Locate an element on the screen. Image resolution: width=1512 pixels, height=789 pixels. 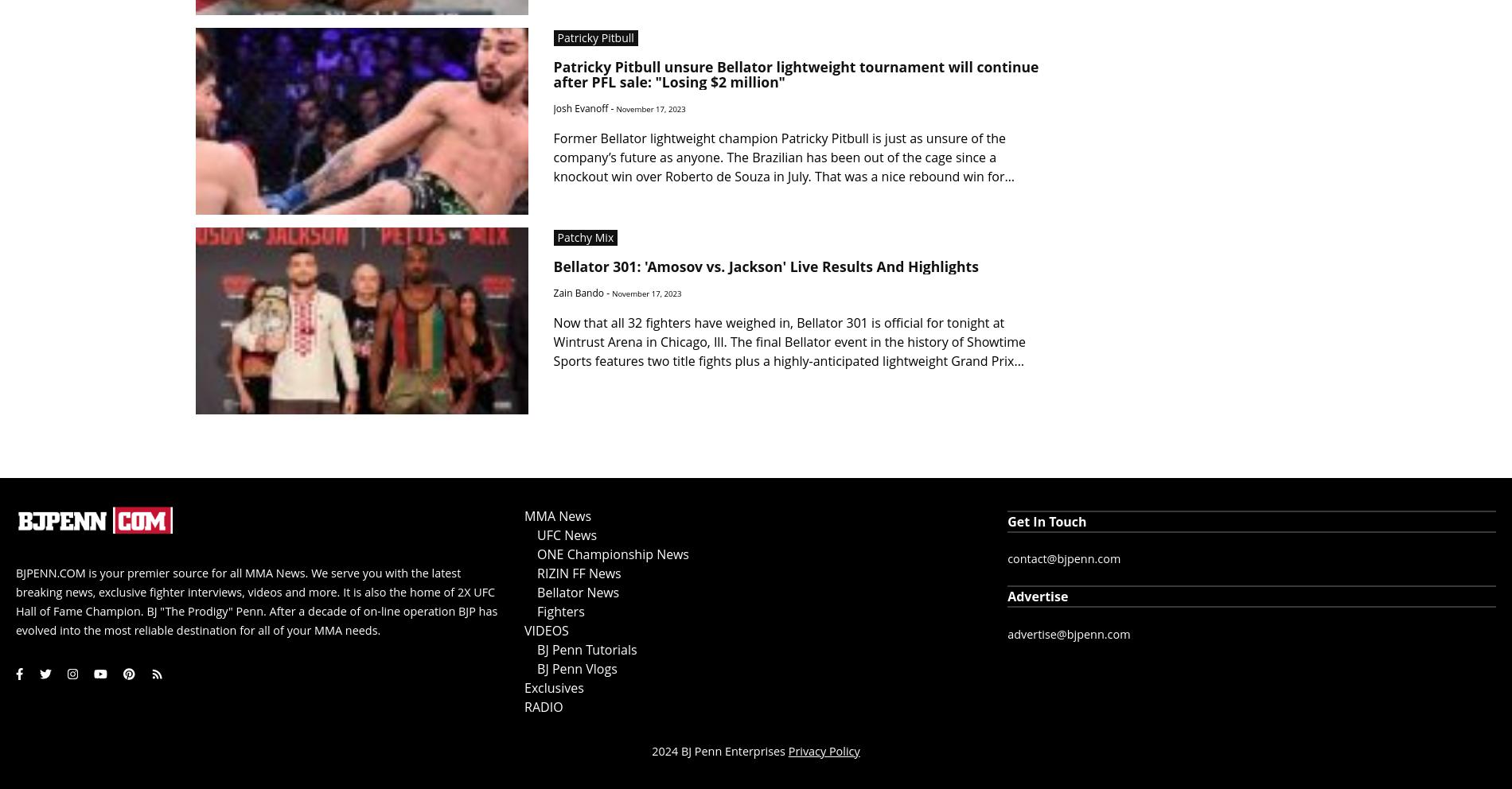
'ONE Championship News' is located at coordinates (612, 552).